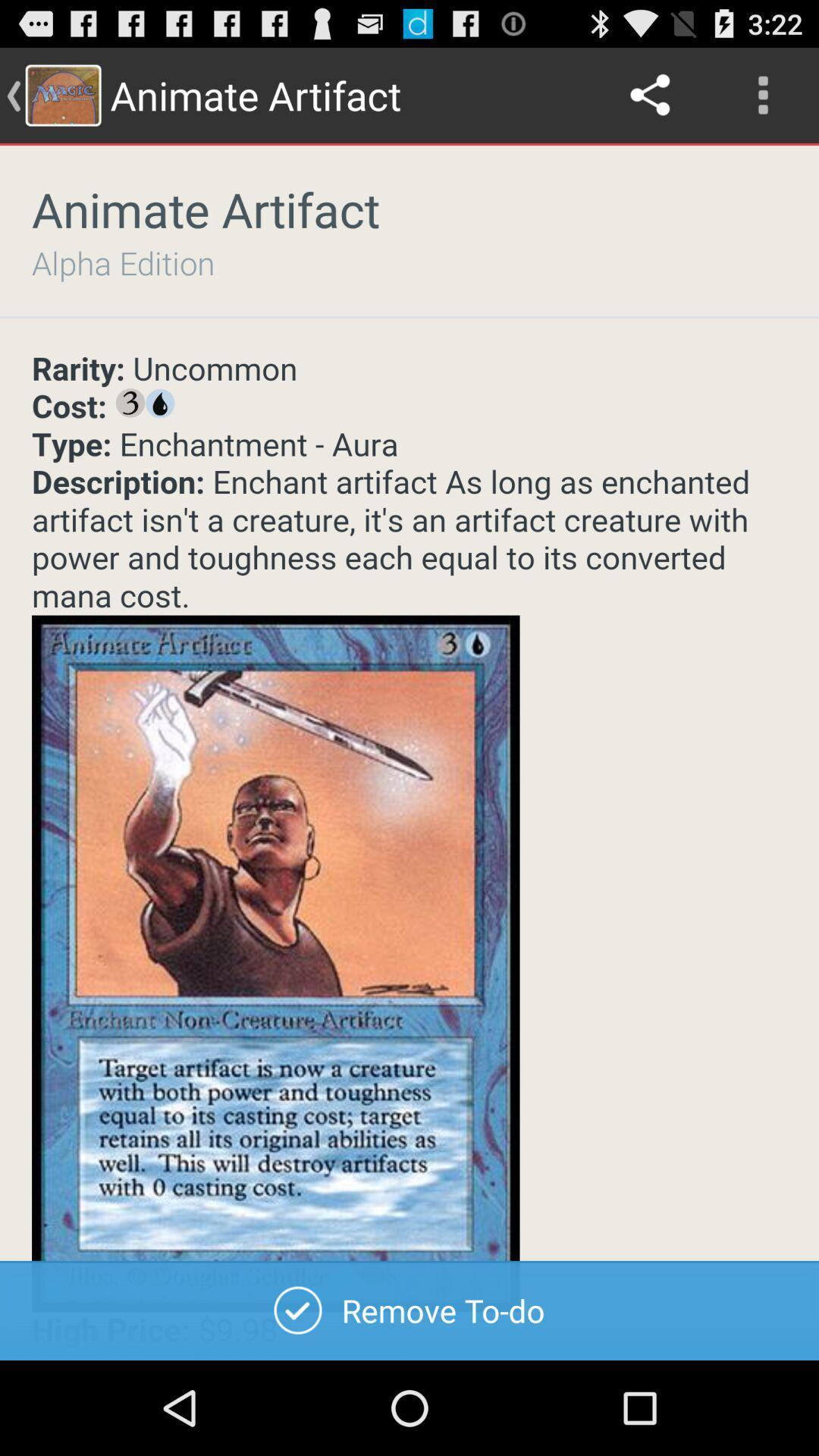 This screenshot has height=1456, width=819. Describe the element at coordinates (409, 855) in the screenshot. I see `choose card` at that location.